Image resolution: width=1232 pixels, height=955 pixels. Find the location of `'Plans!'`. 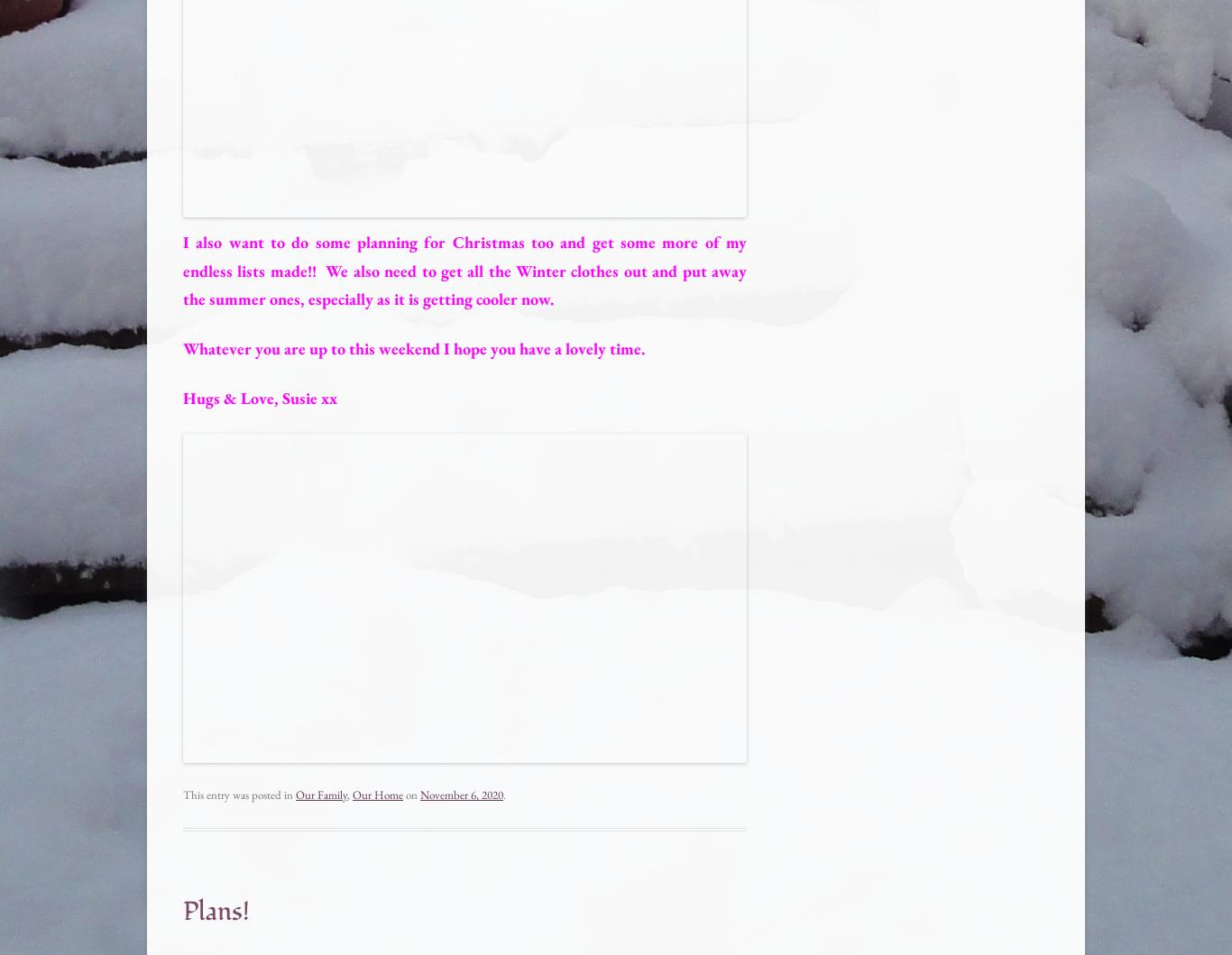

'Plans!' is located at coordinates (216, 911).